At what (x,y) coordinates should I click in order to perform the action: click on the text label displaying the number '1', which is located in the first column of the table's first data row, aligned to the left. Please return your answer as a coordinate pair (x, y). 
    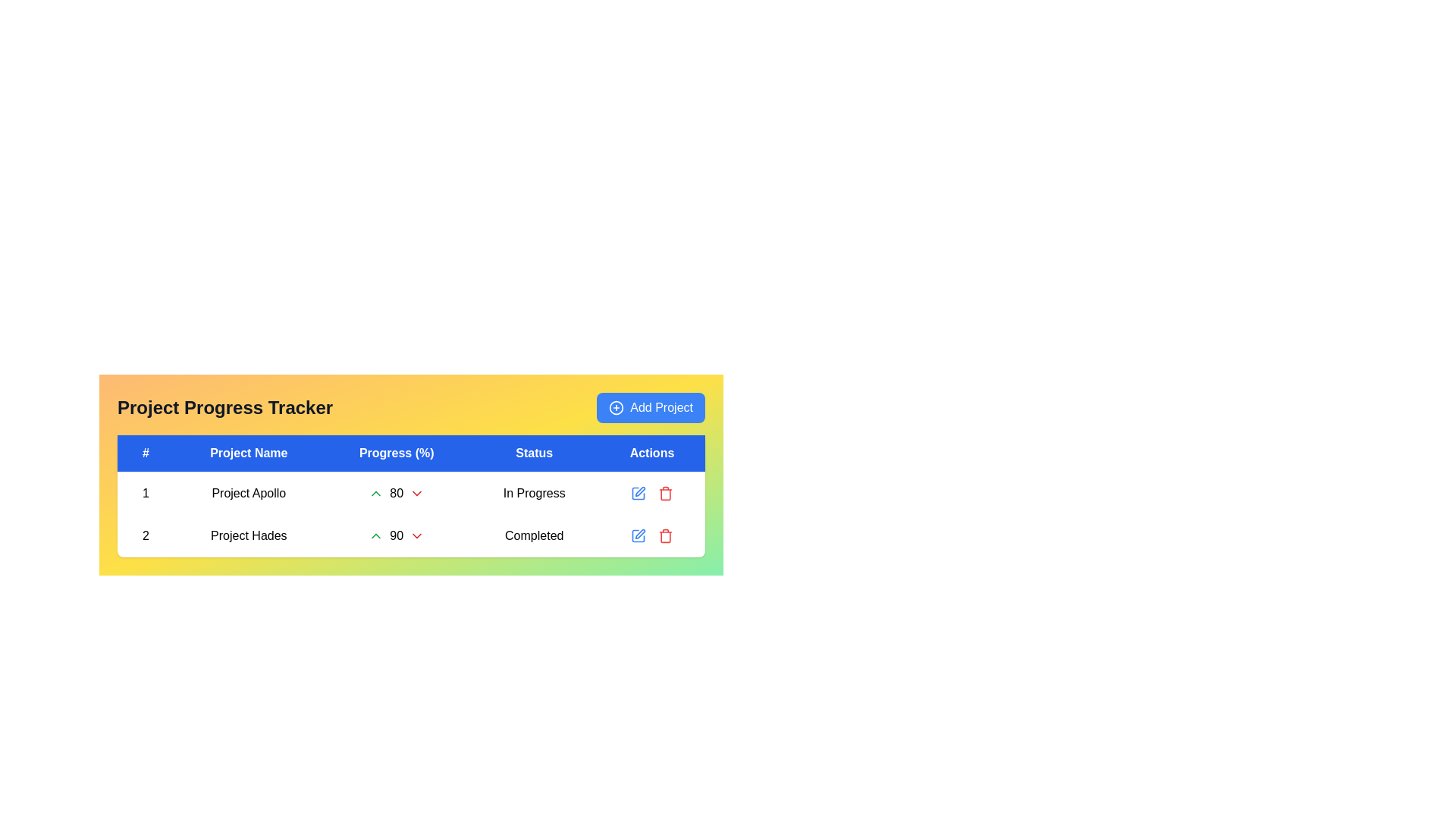
    Looking at the image, I should click on (146, 493).